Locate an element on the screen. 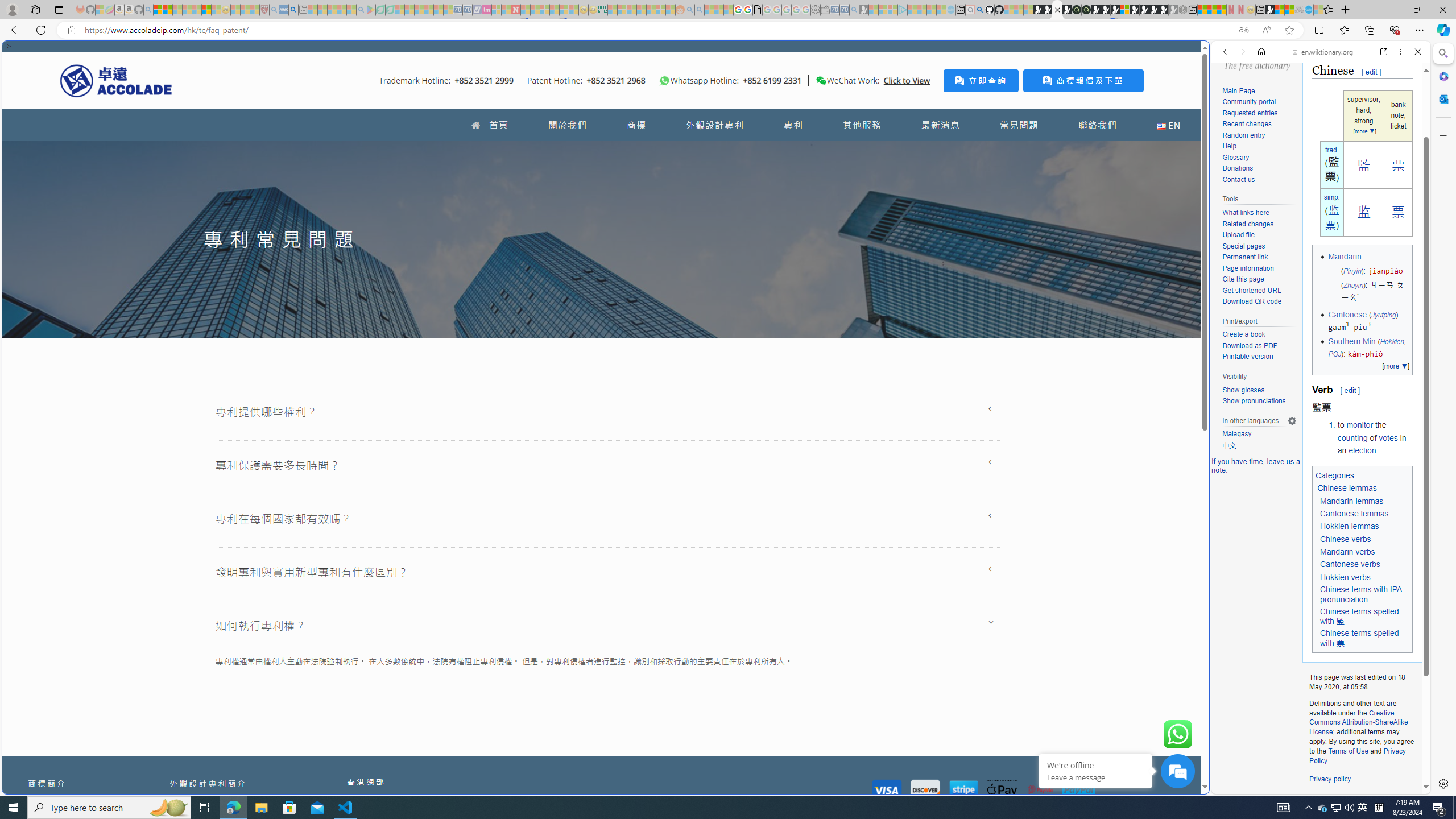  'Chinese verbs' is located at coordinates (1345, 538).